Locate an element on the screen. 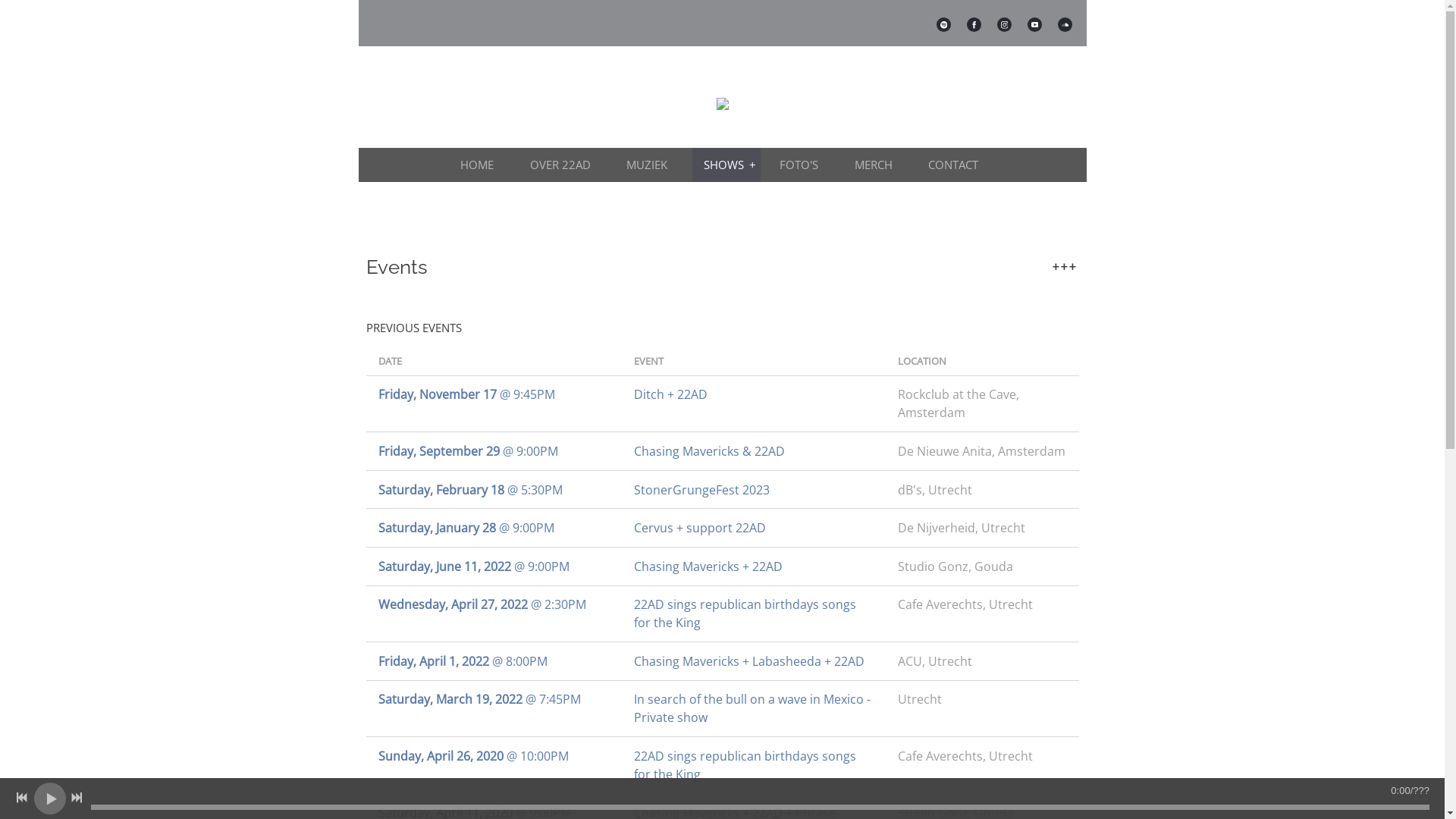 Image resolution: width=1456 pixels, height=819 pixels. 'In search of the bull on a wave in Mexico - Private show' is located at coordinates (754, 708).